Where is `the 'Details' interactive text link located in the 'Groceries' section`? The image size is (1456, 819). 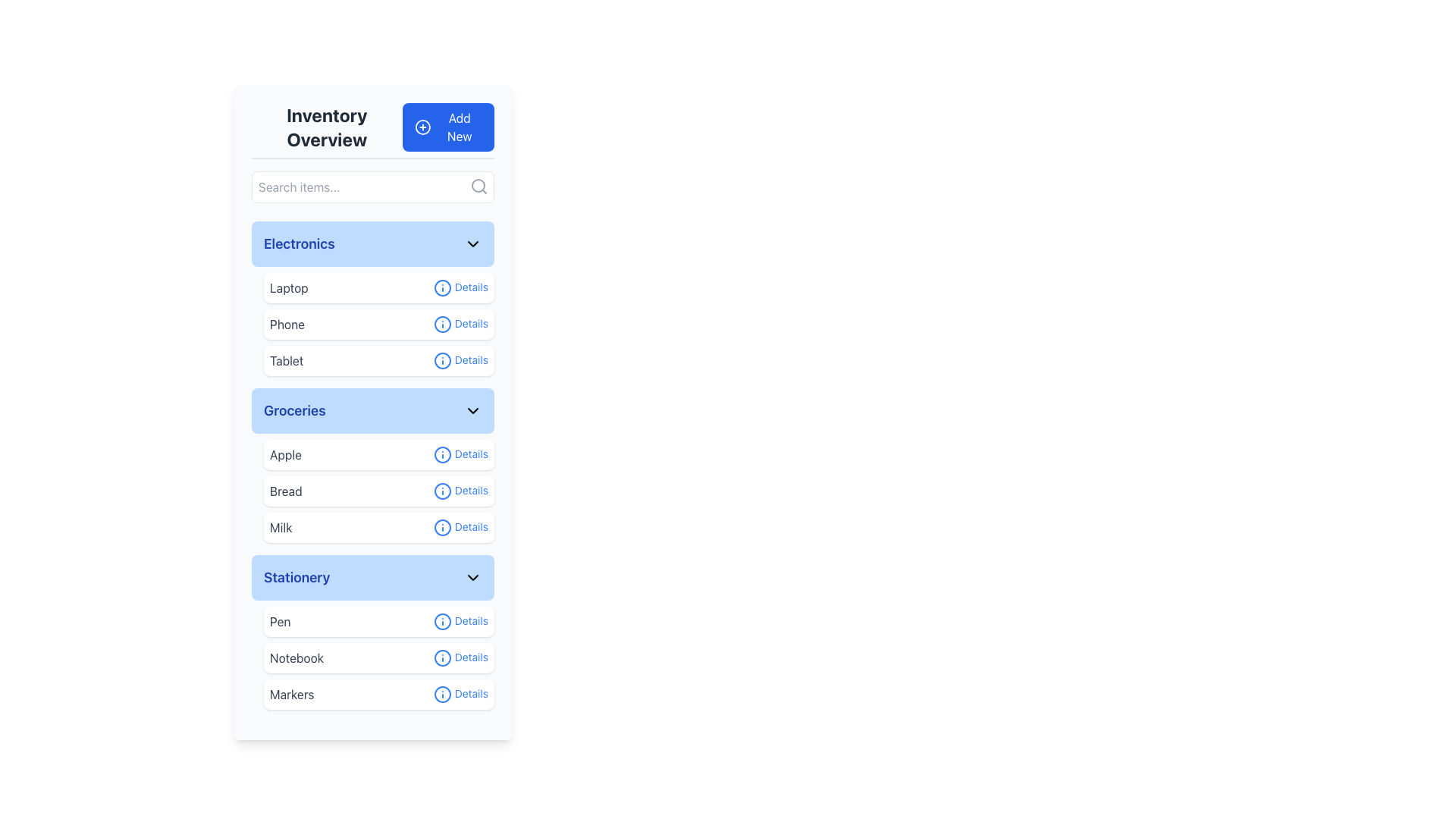 the 'Details' interactive text link located in the 'Groceries' section is located at coordinates (460, 454).